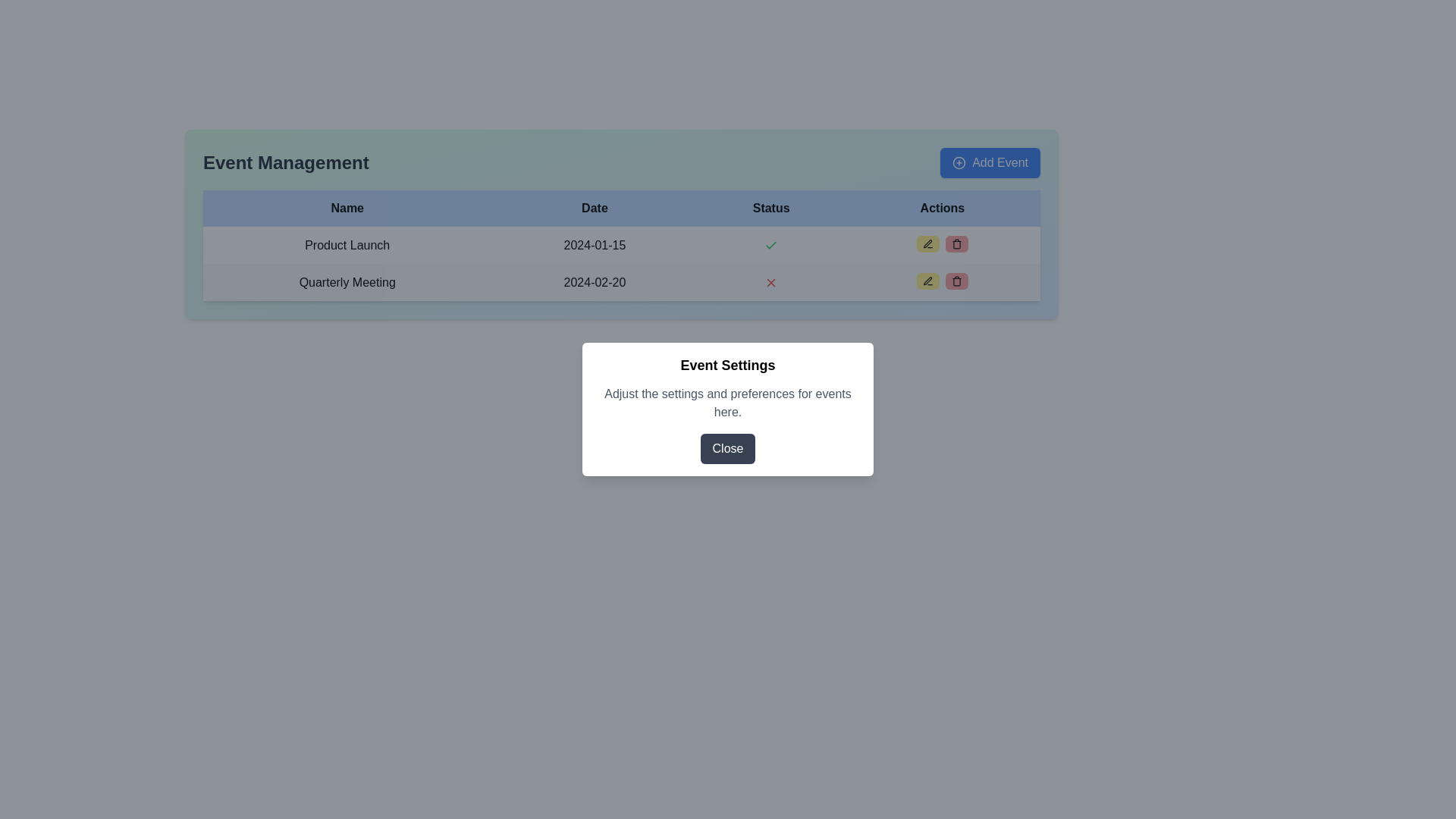 This screenshot has width=1456, height=819. What do you see at coordinates (594, 208) in the screenshot?
I see `the 'Date' text label, which is a bold, black text on a blue background located in the header of a table layout, between the 'Name' and 'Status' headers` at bounding box center [594, 208].